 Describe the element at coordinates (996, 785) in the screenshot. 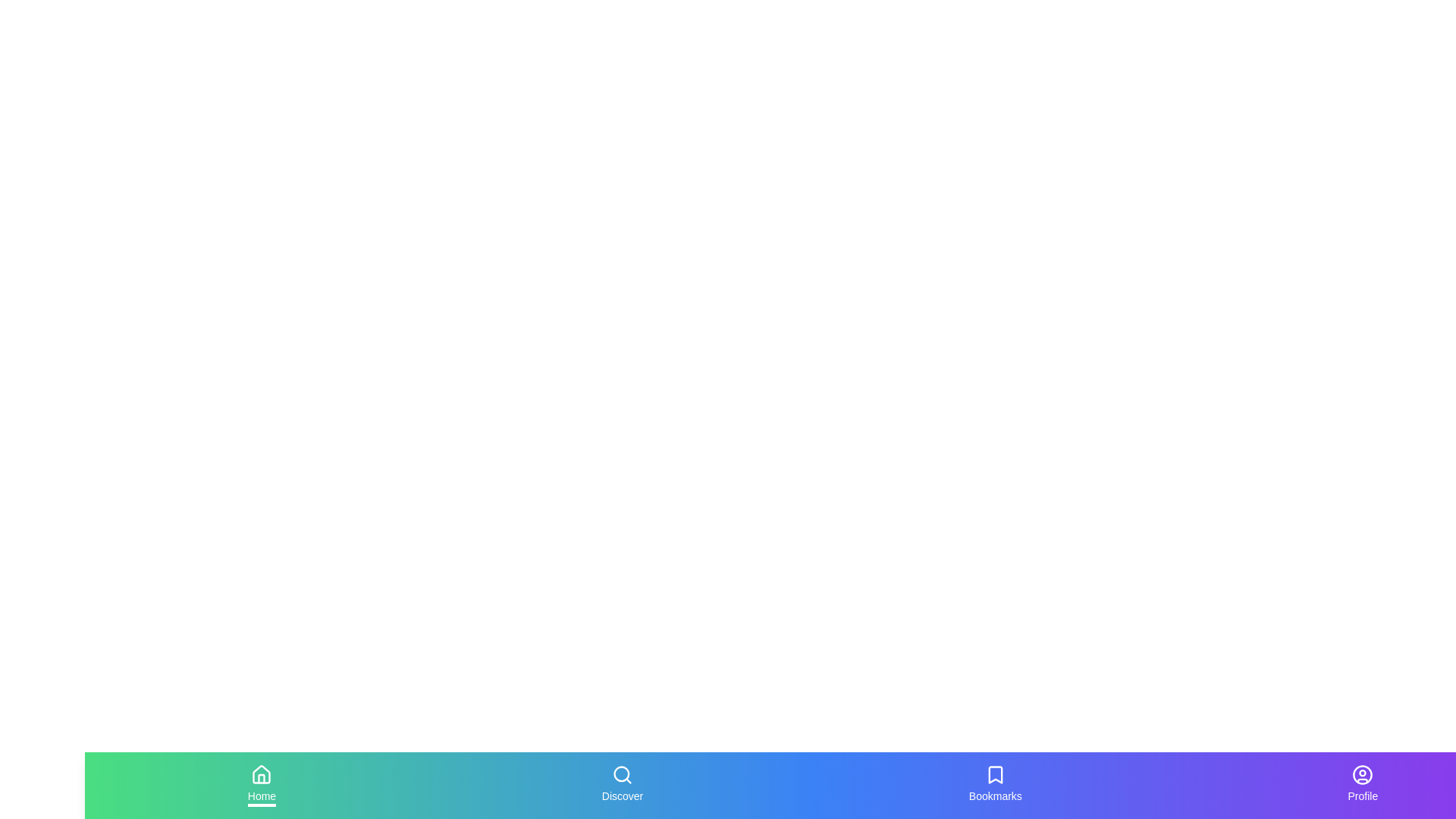

I see `the navigation tab labeled Bookmarks to observe its hover effect` at that location.